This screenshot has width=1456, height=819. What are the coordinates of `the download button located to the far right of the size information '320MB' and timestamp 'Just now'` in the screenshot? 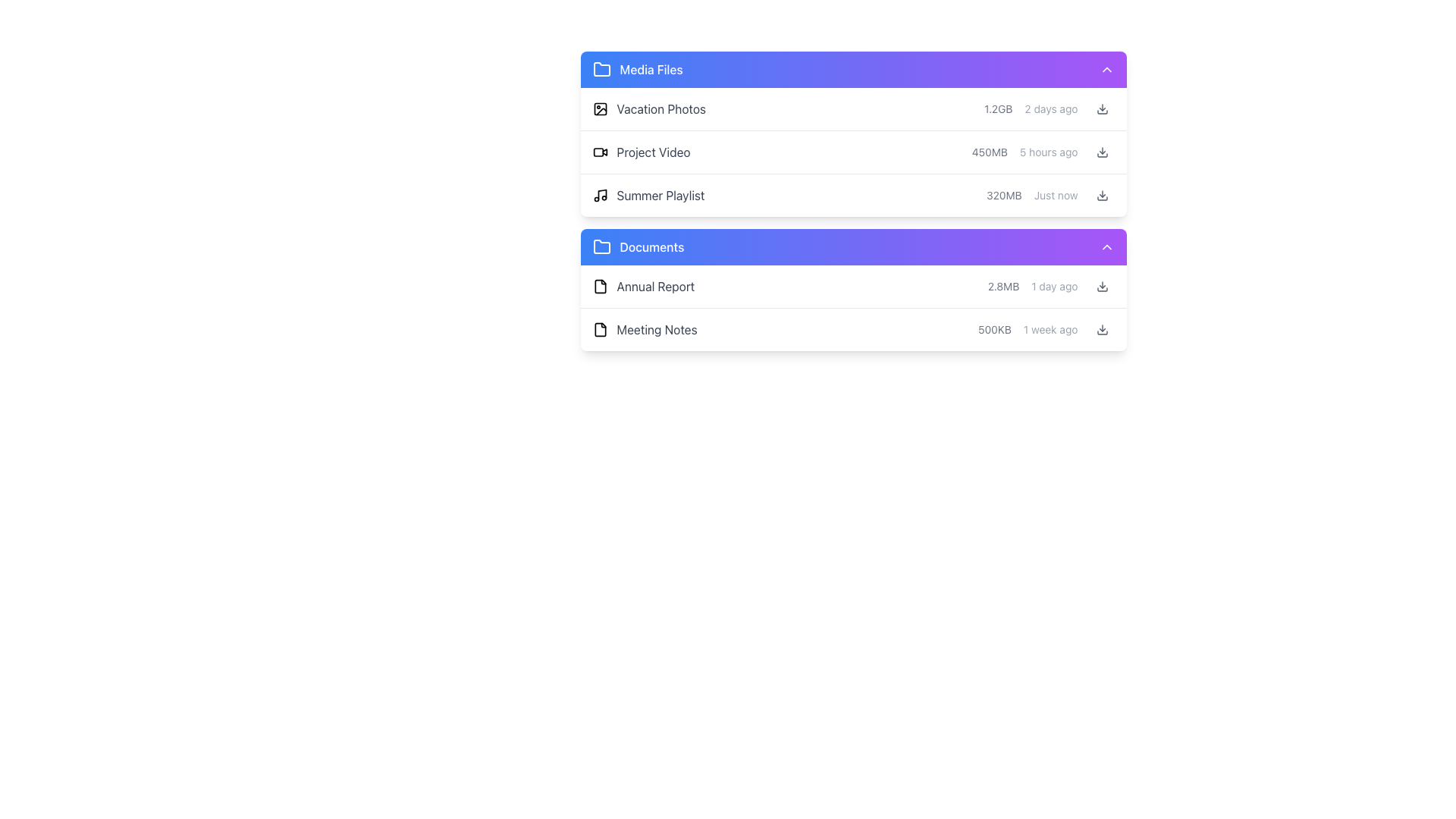 It's located at (1102, 195).